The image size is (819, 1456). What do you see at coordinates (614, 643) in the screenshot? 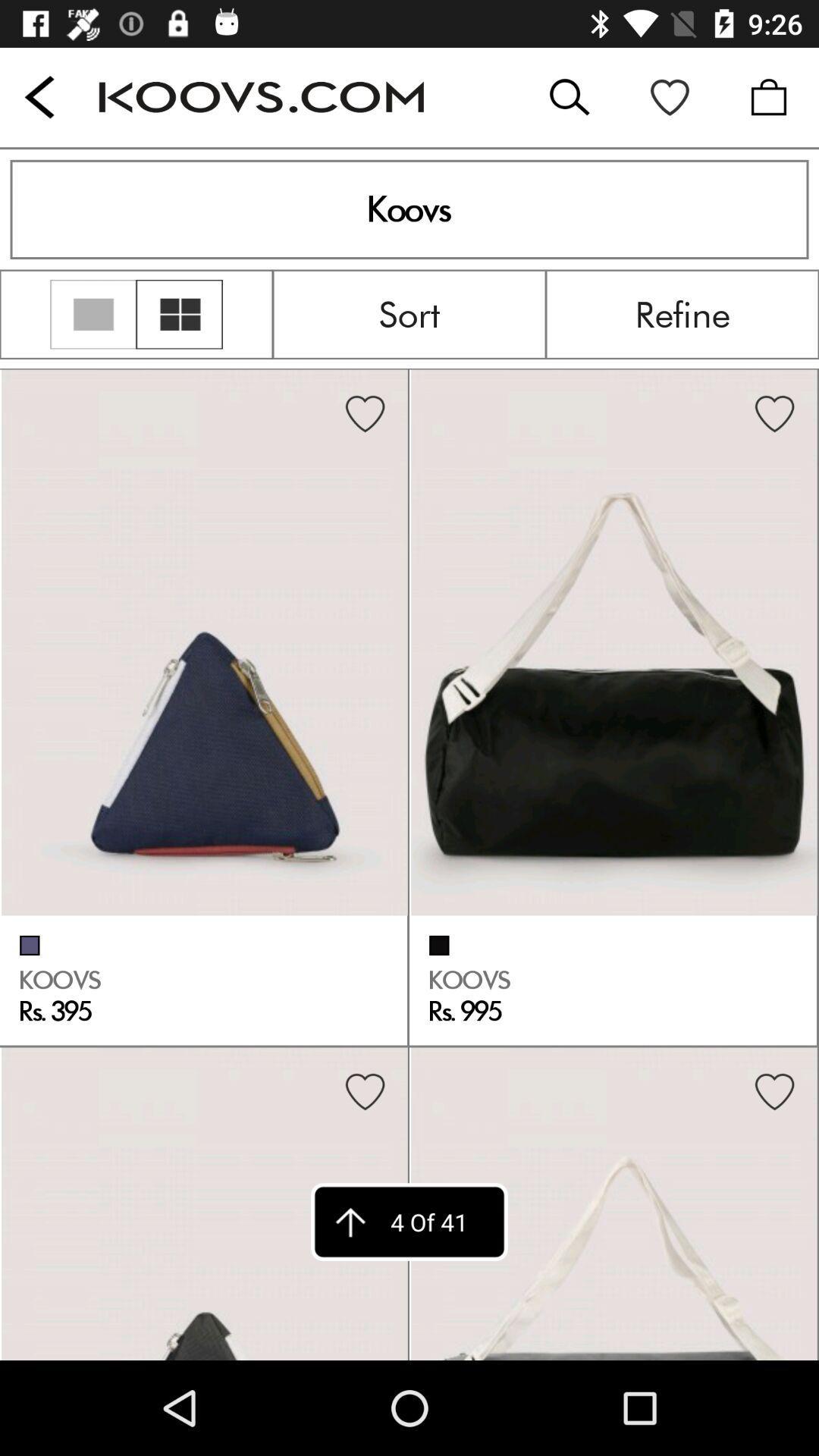
I see `the second image` at bounding box center [614, 643].